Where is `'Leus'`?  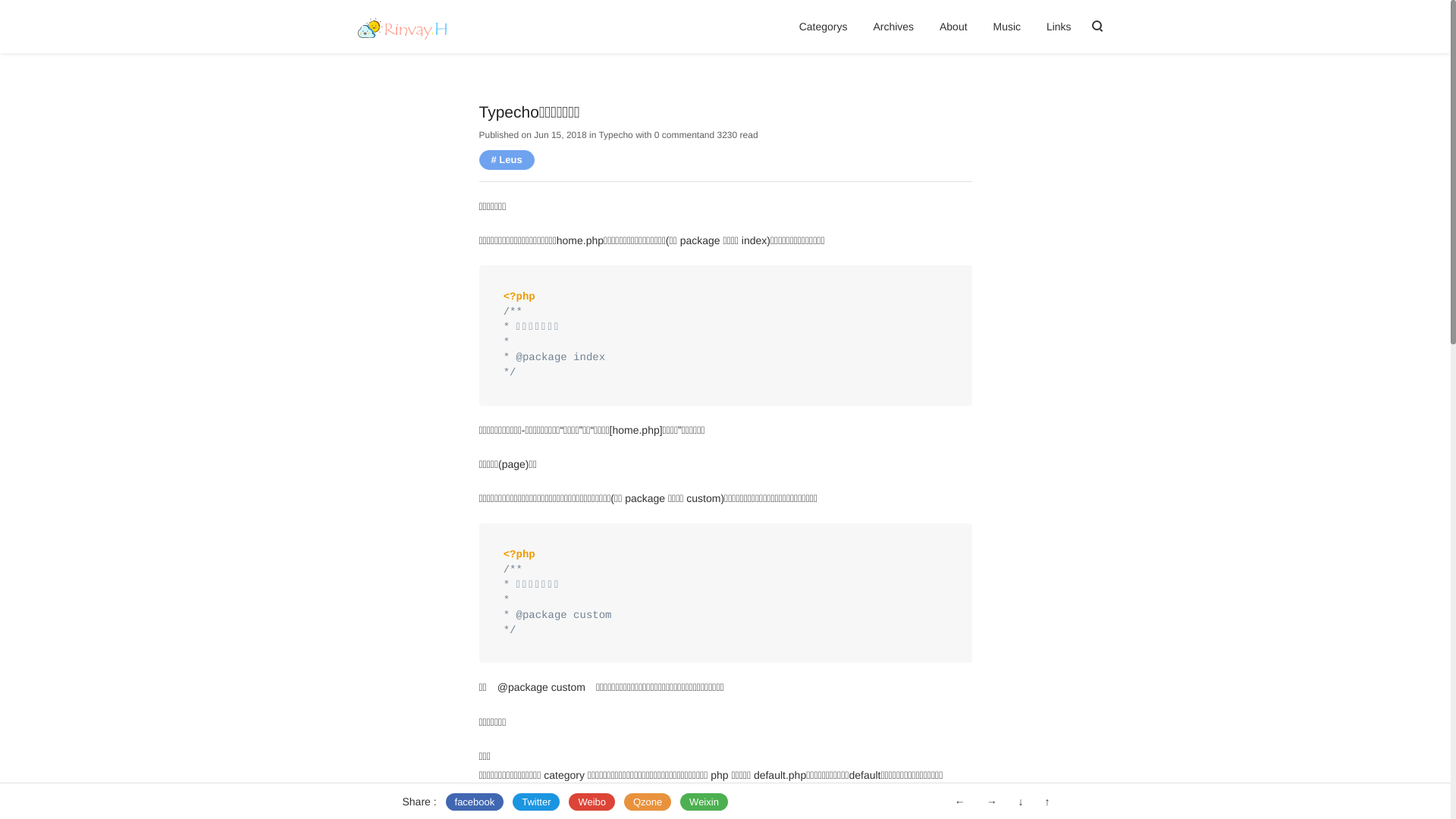
'Leus' is located at coordinates (507, 159).